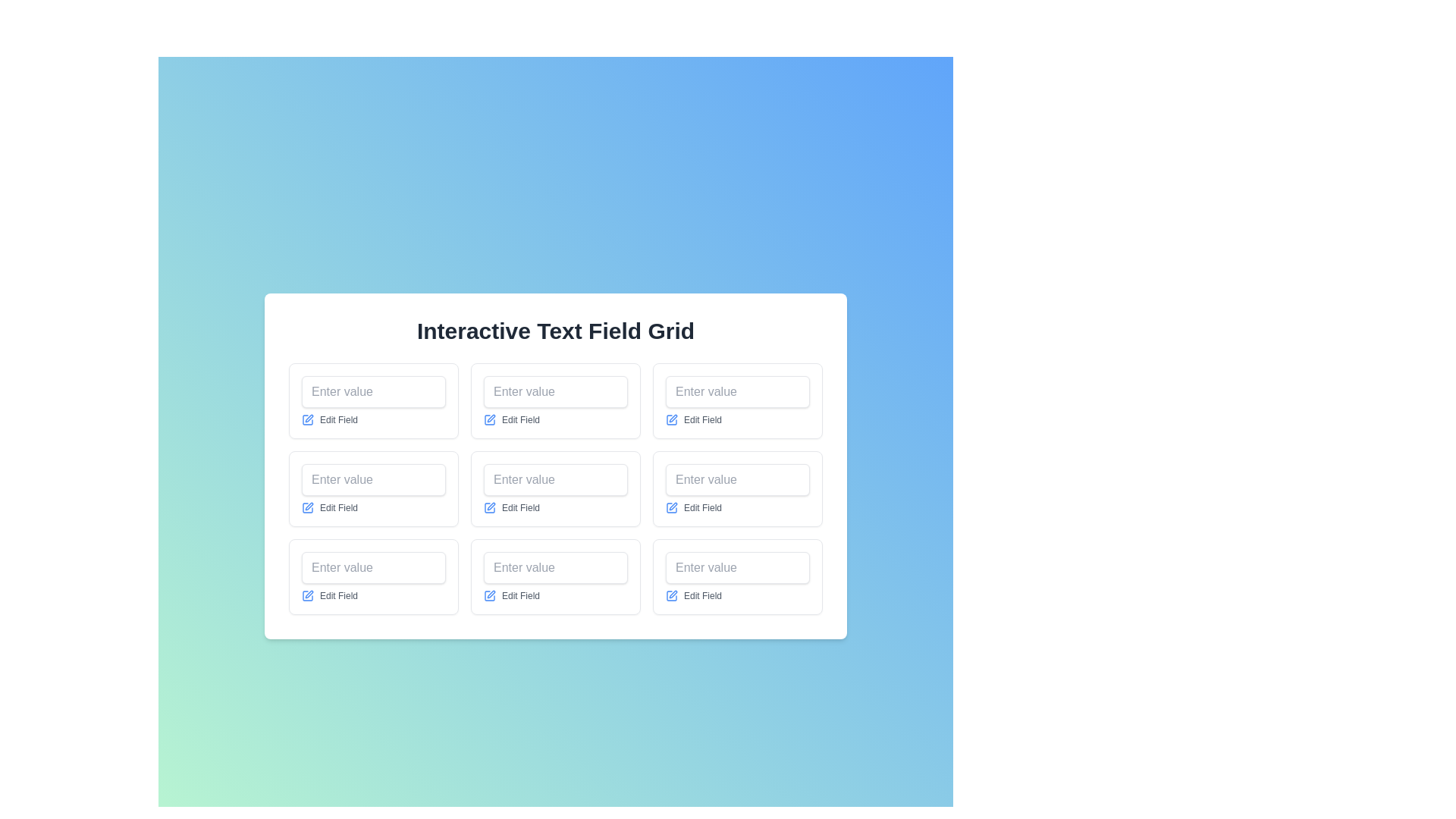 Image resolution: width=1456 pixels, height=819 pixels. What do you see at coordinates (671, 595) in the screenshot?
I see `the small blue pen icon with a square outline located at the bottom right corner of the grid, next to the 'Edit Field' label` at bounding box center [671, 595].